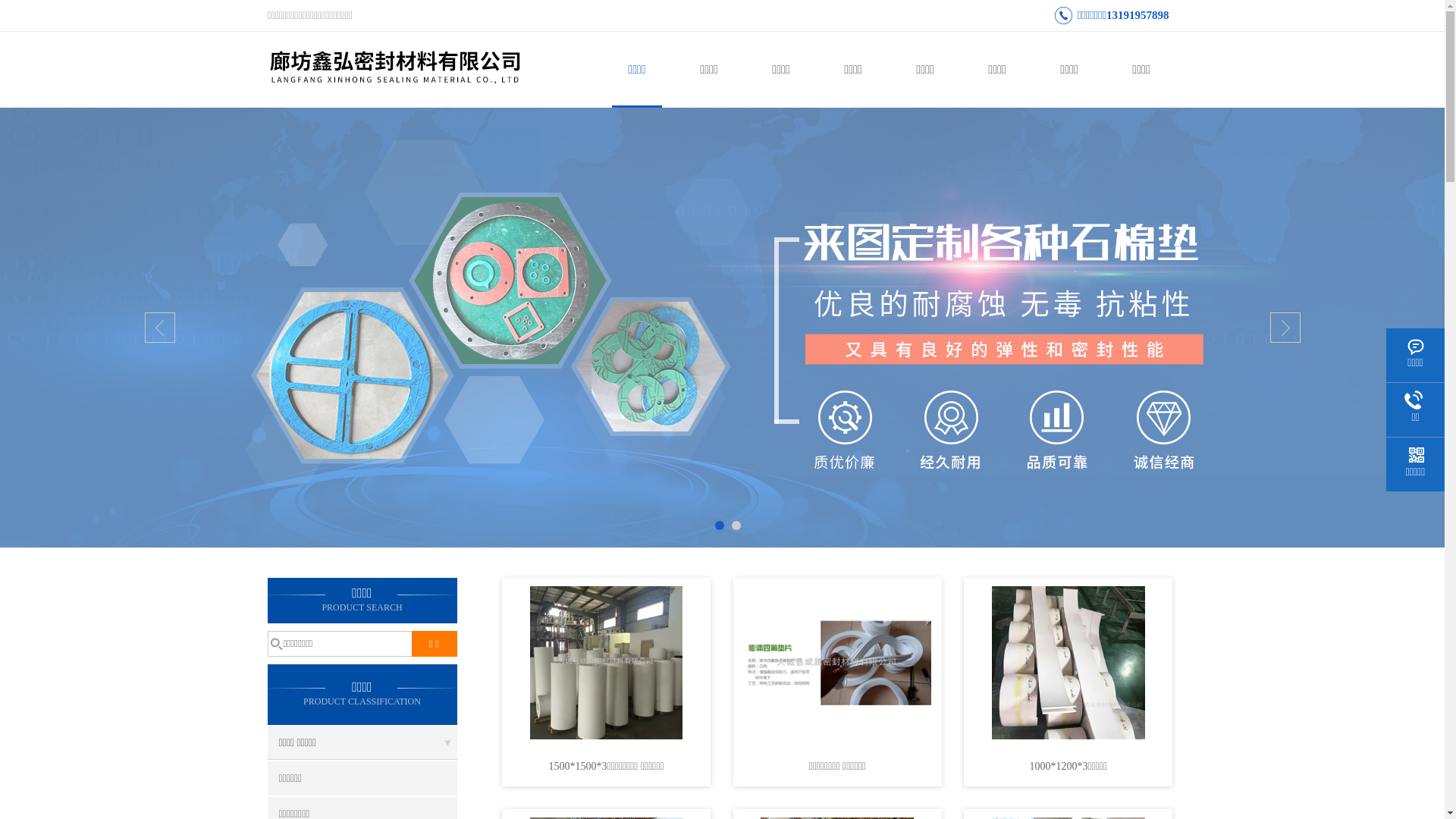  I want to click on '13191957898', so click(1137, 14).